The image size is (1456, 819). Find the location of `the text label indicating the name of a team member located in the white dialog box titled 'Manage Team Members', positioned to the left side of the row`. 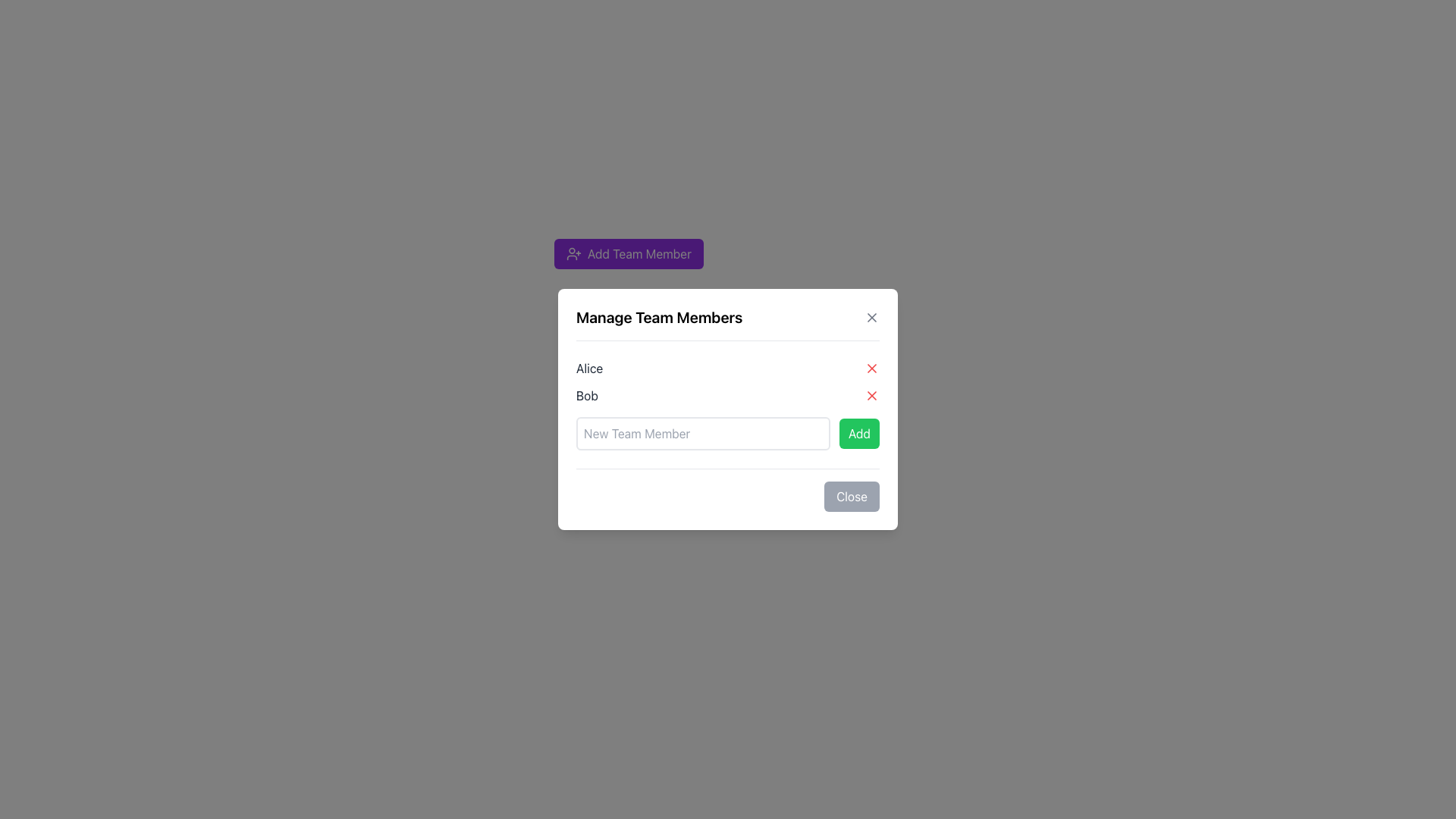

the text label indicating the name of a team member located in the white dialog box titled 'Manage Team Members', positioned to the left side of the row is located at coordinates (588, 369).